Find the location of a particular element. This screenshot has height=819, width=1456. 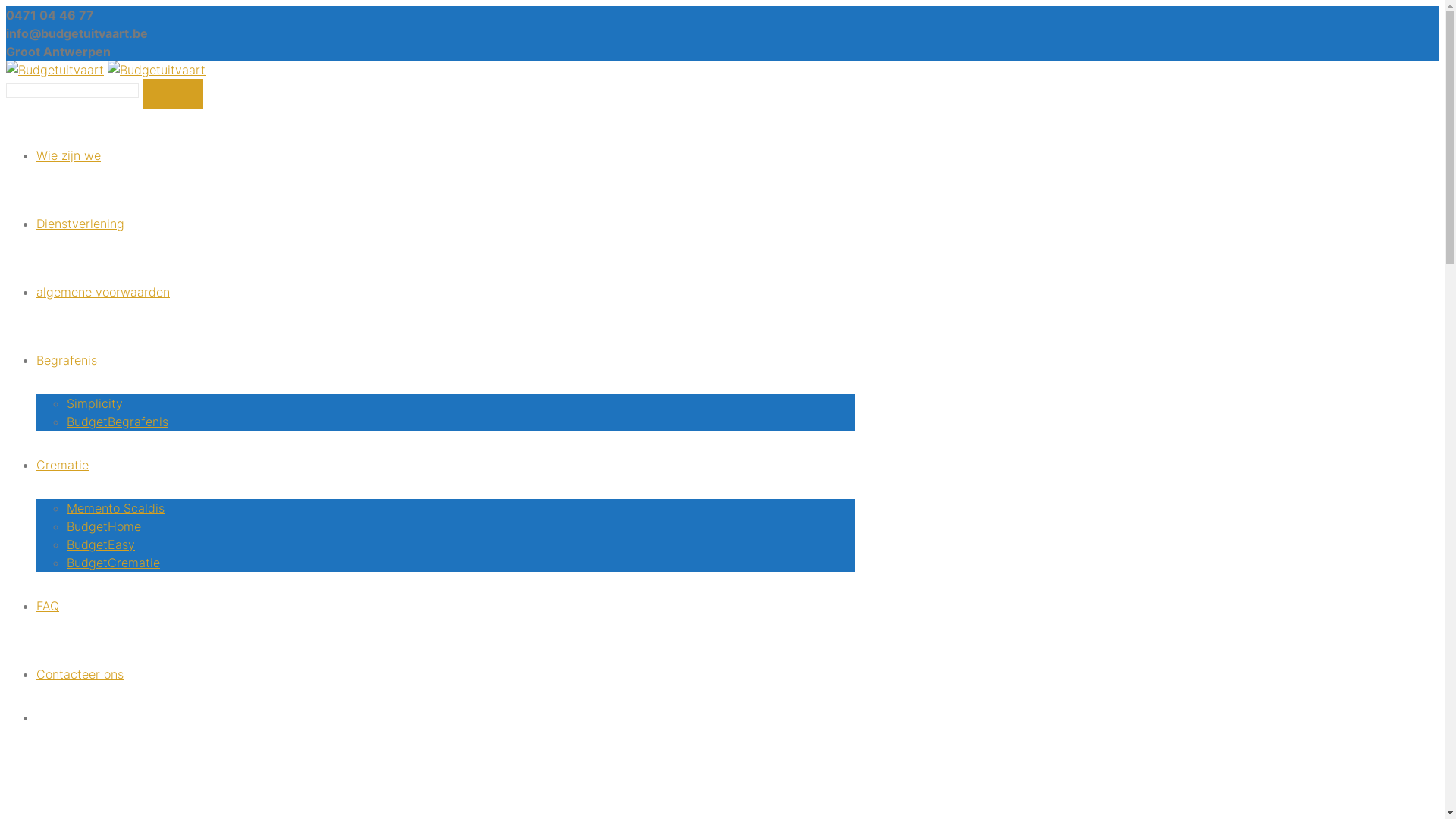

'BudgetCrematie' is located at coordinates (112, 562).